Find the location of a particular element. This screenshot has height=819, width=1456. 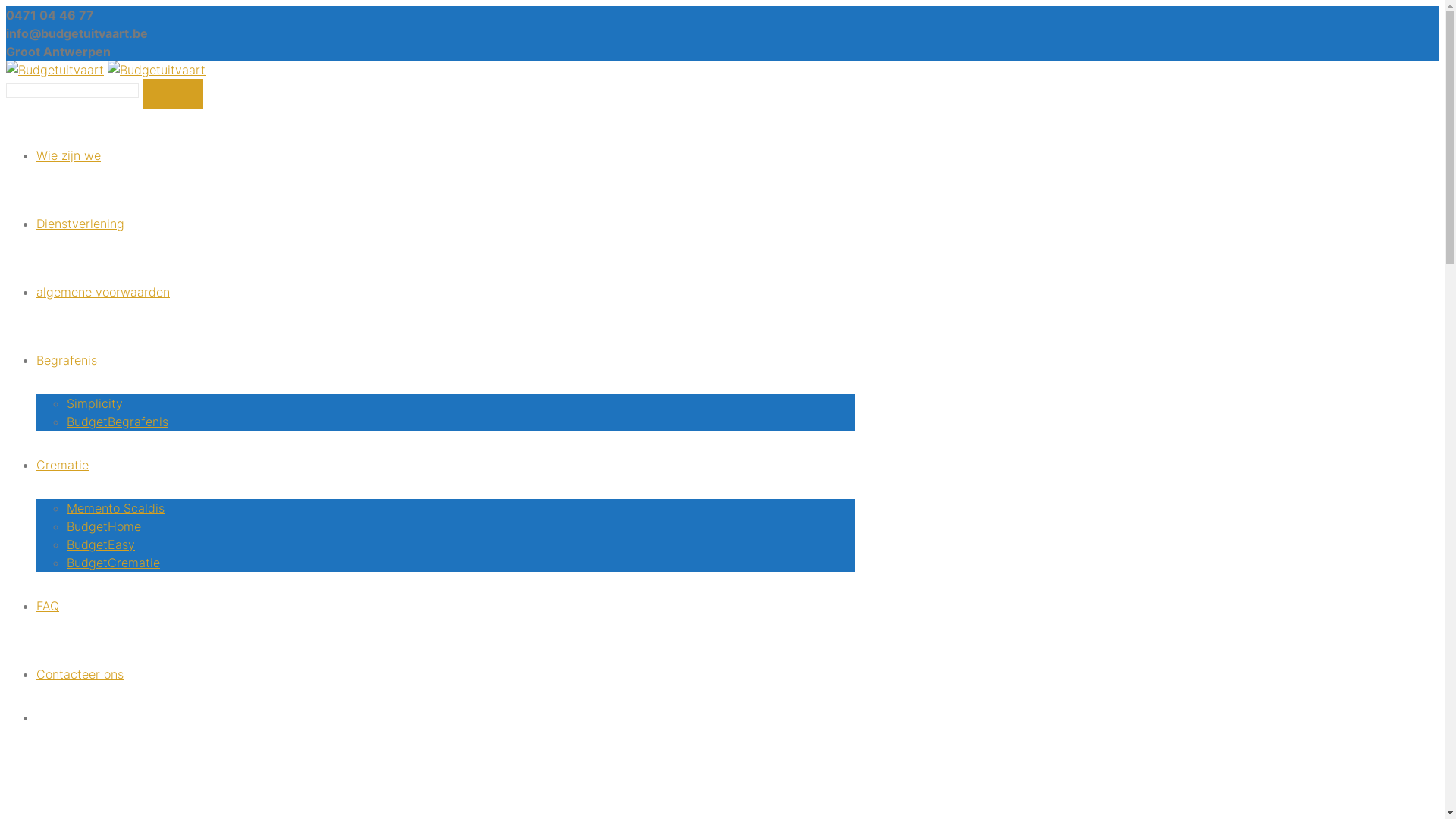

'BudgetCrematie' is located at coordinates (112, 562).